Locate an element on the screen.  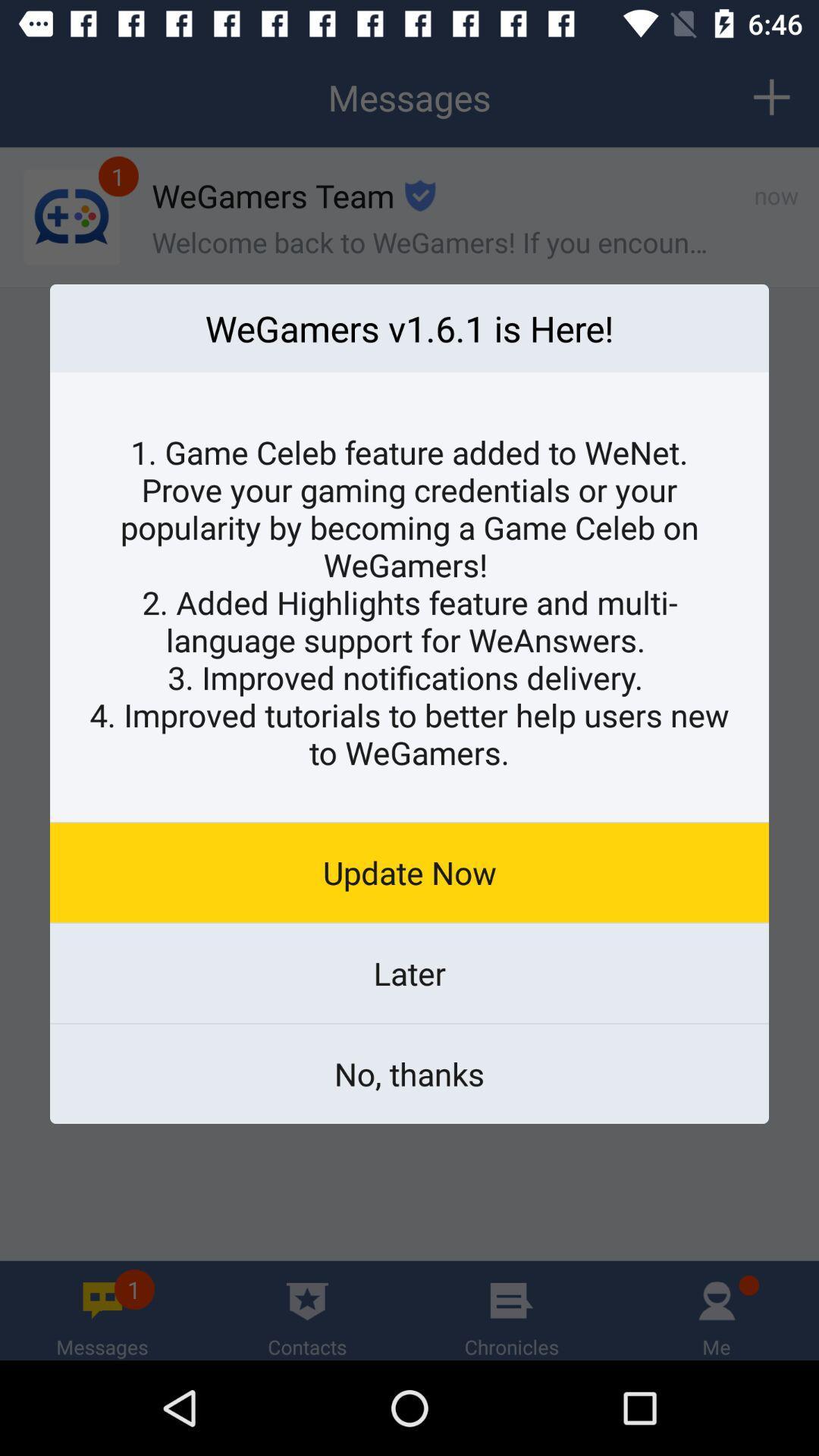
no, thanks app is located at coordinates (409, 1073).